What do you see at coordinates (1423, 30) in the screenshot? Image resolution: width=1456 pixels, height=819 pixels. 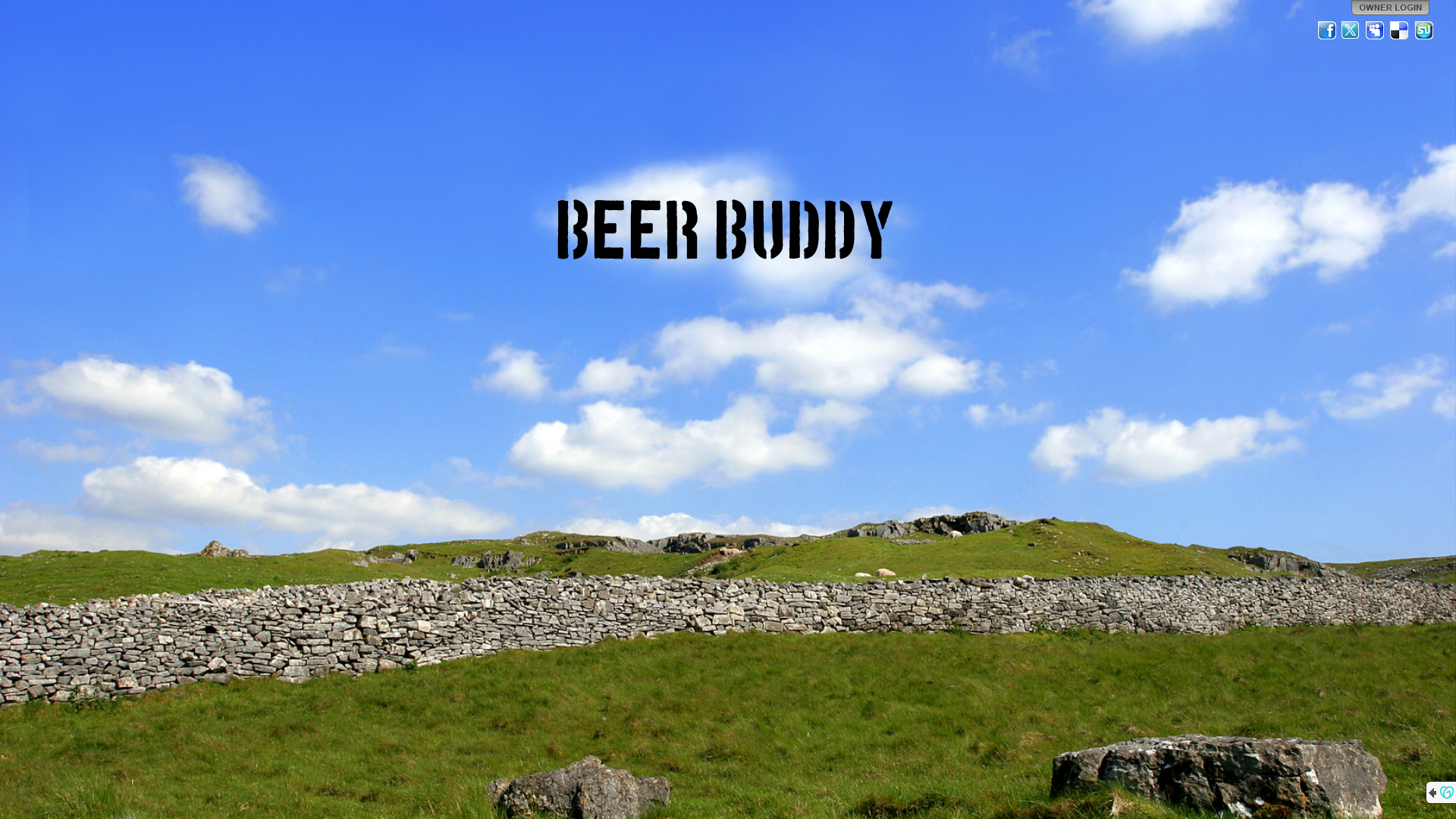 I see `'StumbleUpon'` at bounding box center [1423, 30].